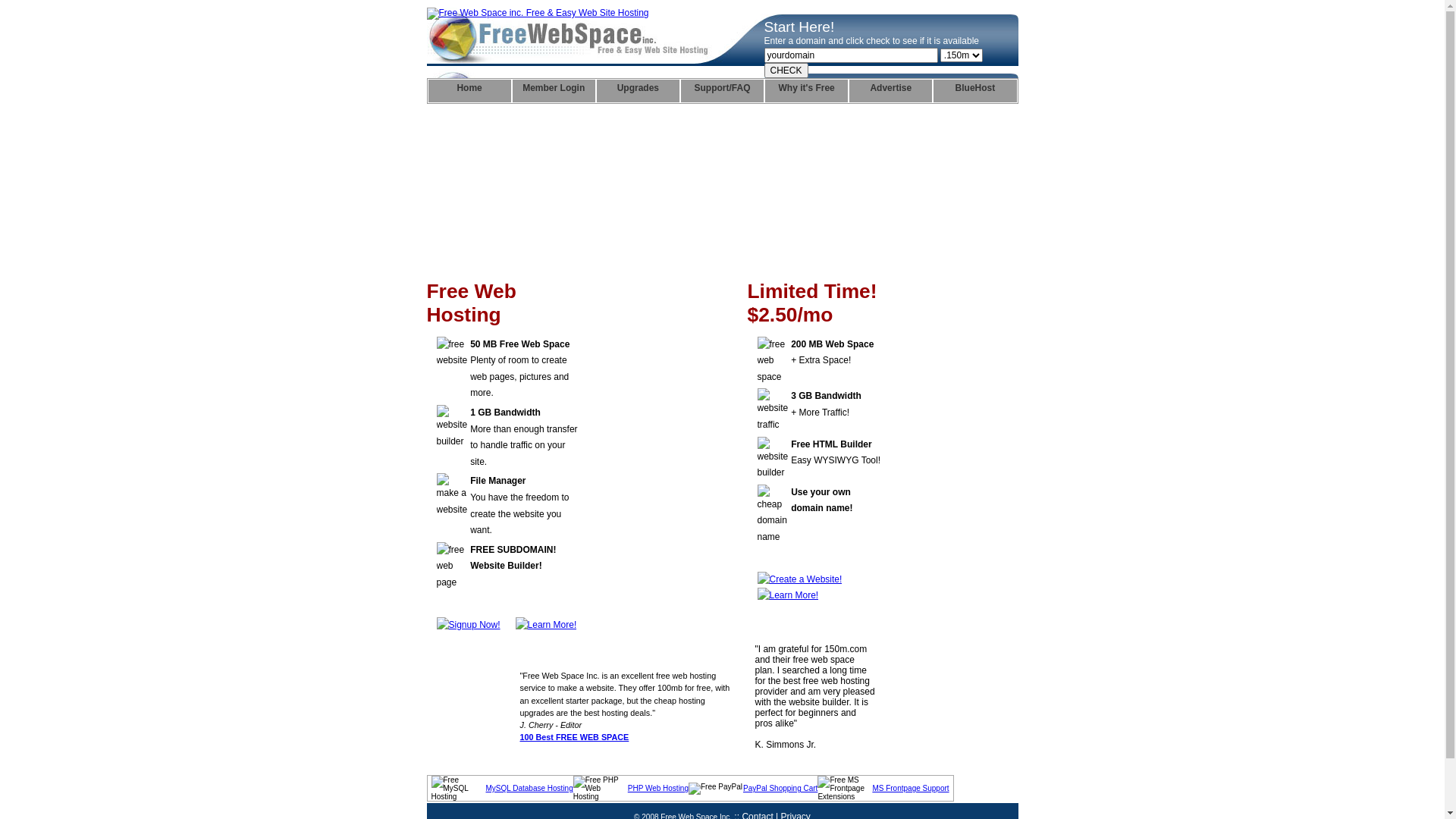 The width and height of the screenshot is (1456, 819). What do you see at coordinates (468, 90) in the screenshot?
I see `'Home'` at bounding box center [468, 90].